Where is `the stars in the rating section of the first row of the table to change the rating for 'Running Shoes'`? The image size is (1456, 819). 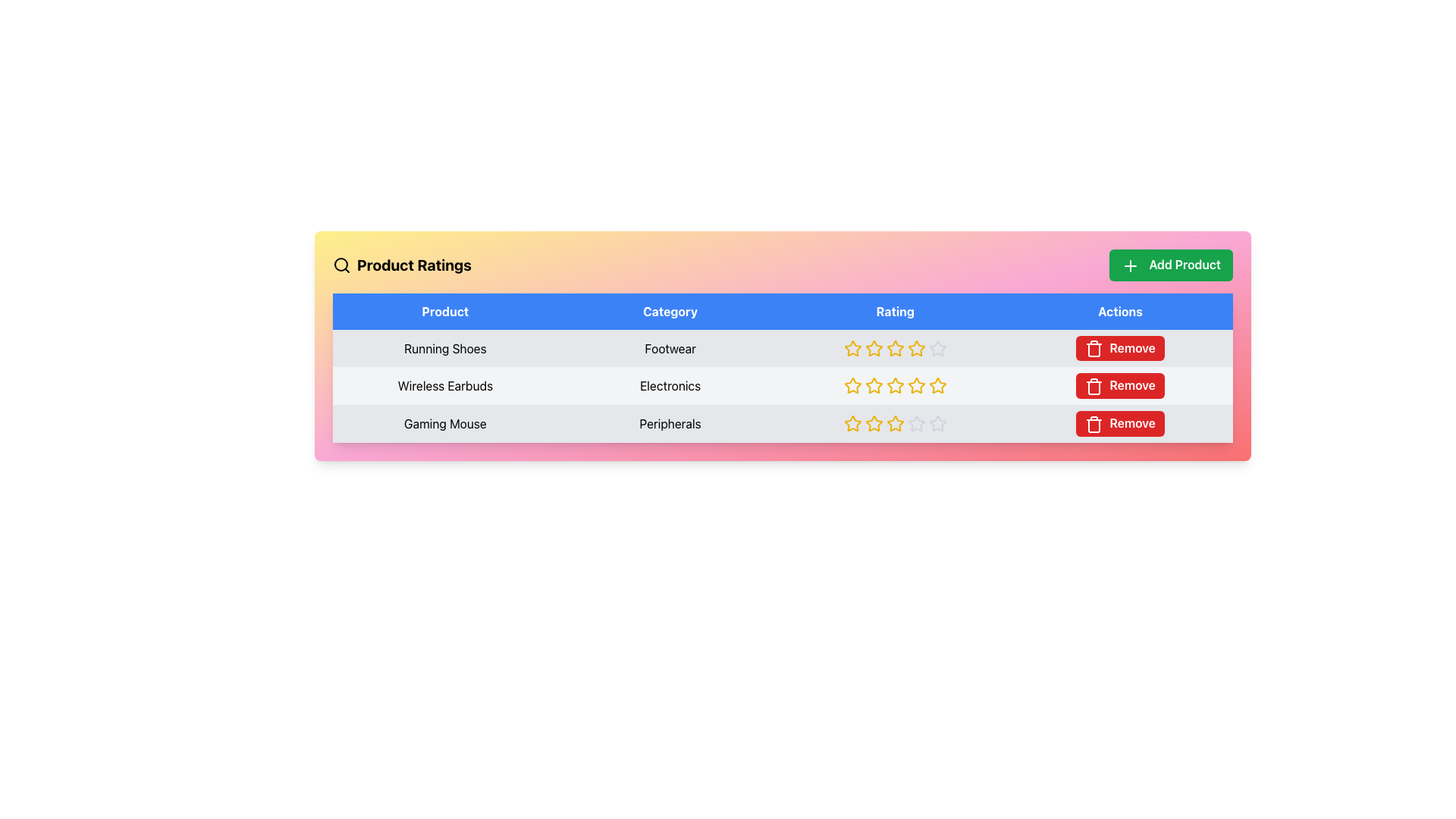 the stars in the rating section of the first row of the table to change the rating for 'Running Shoes' is located at coordinates (783, 348).